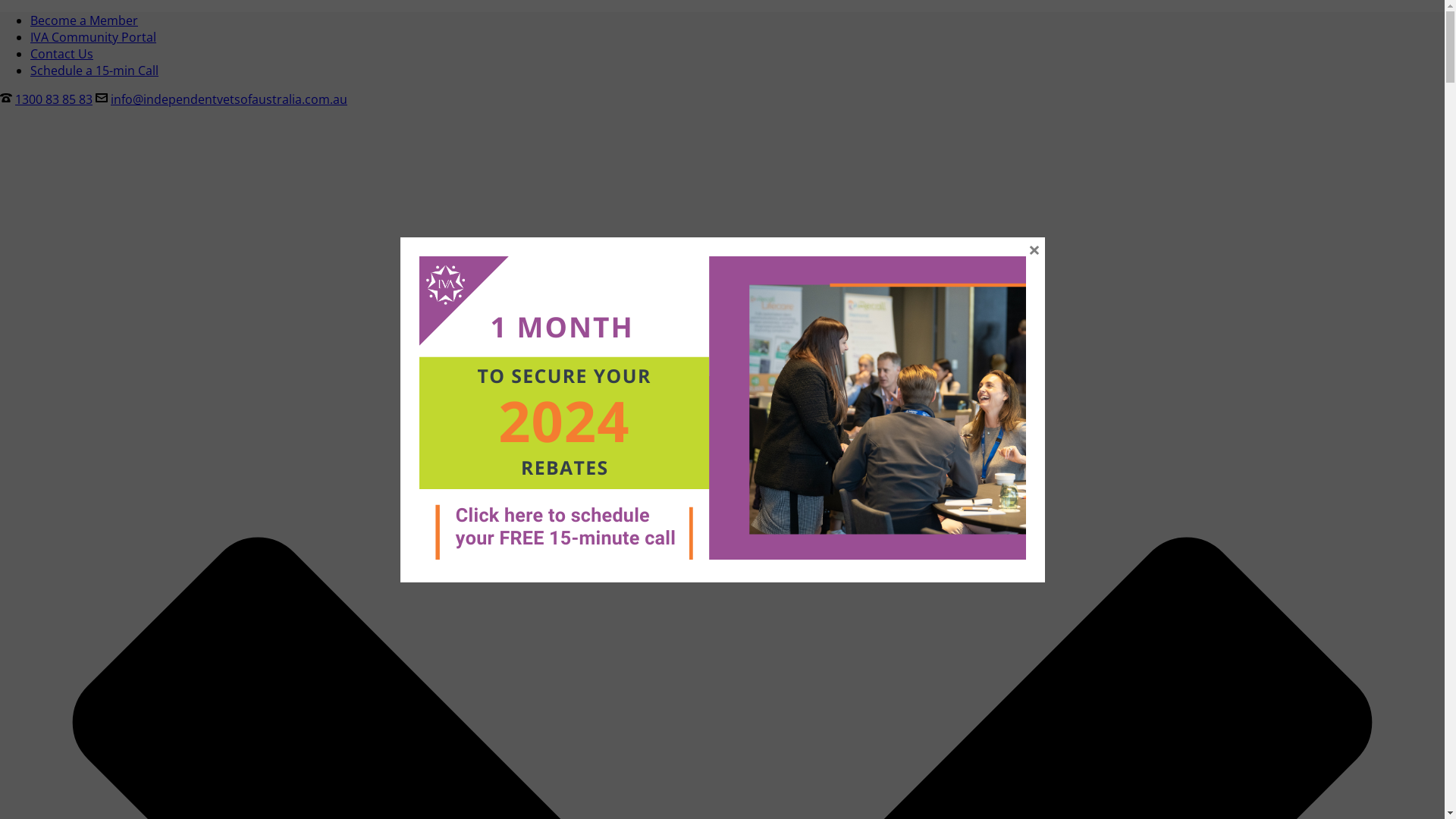 The image size is (1456, 819). Describe the element at coordinates (93, 70) in the screenshot. I see `'Schedule a 15-min Call'` at that location.